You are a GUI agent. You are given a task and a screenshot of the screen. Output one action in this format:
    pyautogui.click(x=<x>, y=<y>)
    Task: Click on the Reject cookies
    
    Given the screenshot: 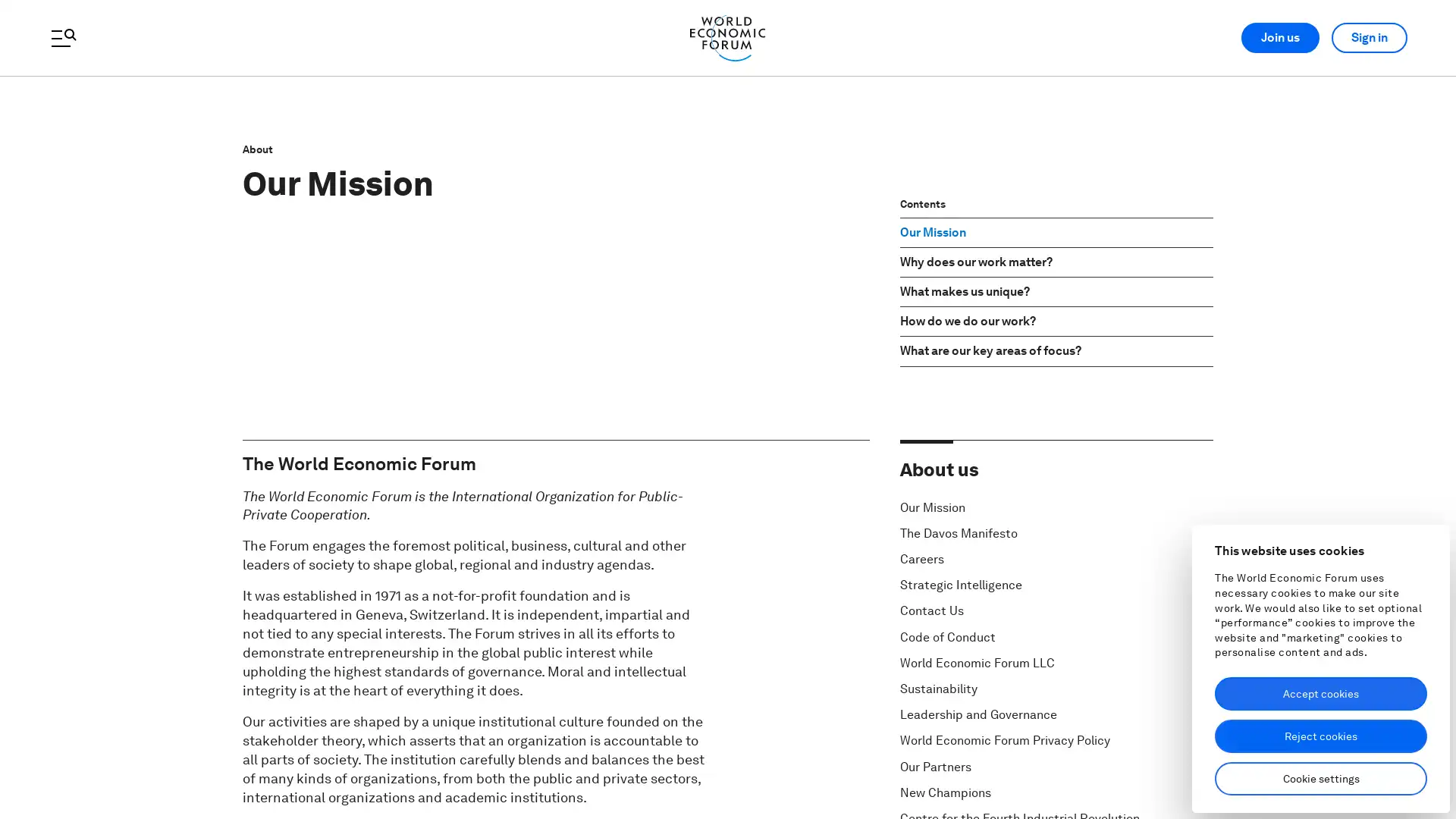 What is the action you would take?
    pyautogui.click(x=1320, y=736)
    